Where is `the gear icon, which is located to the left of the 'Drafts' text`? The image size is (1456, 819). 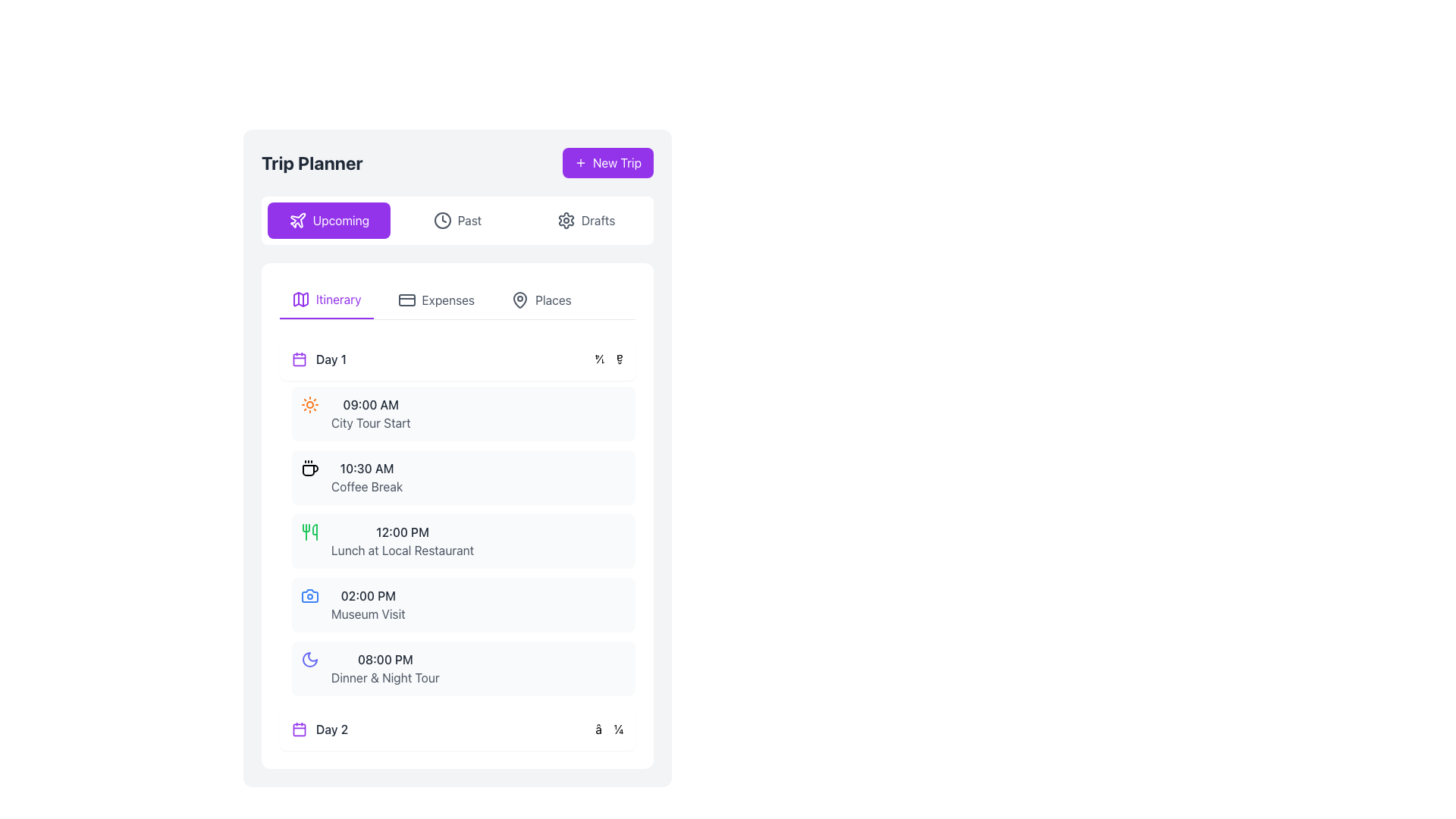 the gear icon, which is located to the left of the 'Drafts' text is located at coordinates (565, 220).